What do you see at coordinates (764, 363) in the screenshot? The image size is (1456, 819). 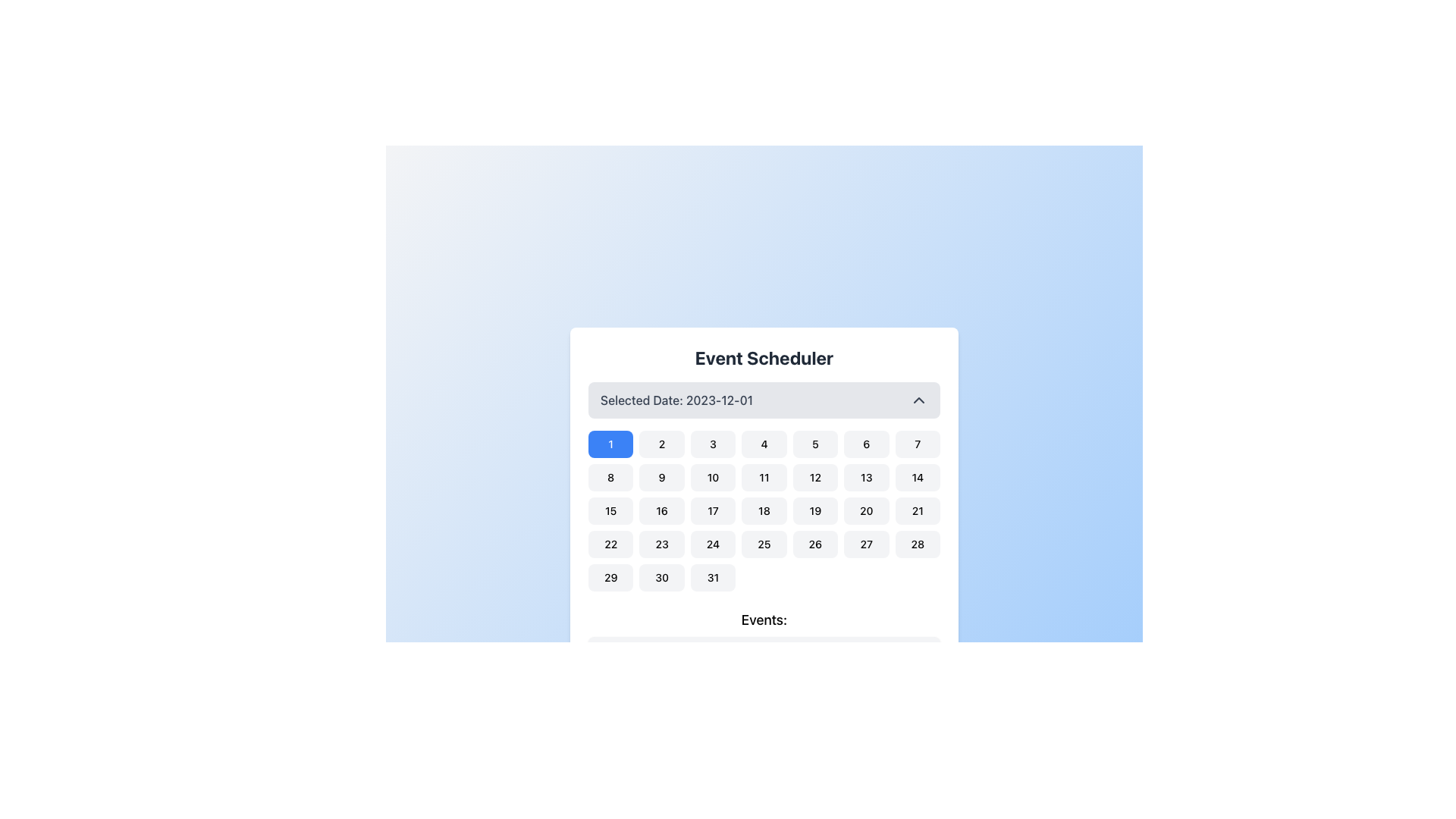 I see `the centered heading Text Label that displays 'Event Scheduler', which is bold and large-sized in dark gray (#4A4A4A)` at bounding box center [764, 363].